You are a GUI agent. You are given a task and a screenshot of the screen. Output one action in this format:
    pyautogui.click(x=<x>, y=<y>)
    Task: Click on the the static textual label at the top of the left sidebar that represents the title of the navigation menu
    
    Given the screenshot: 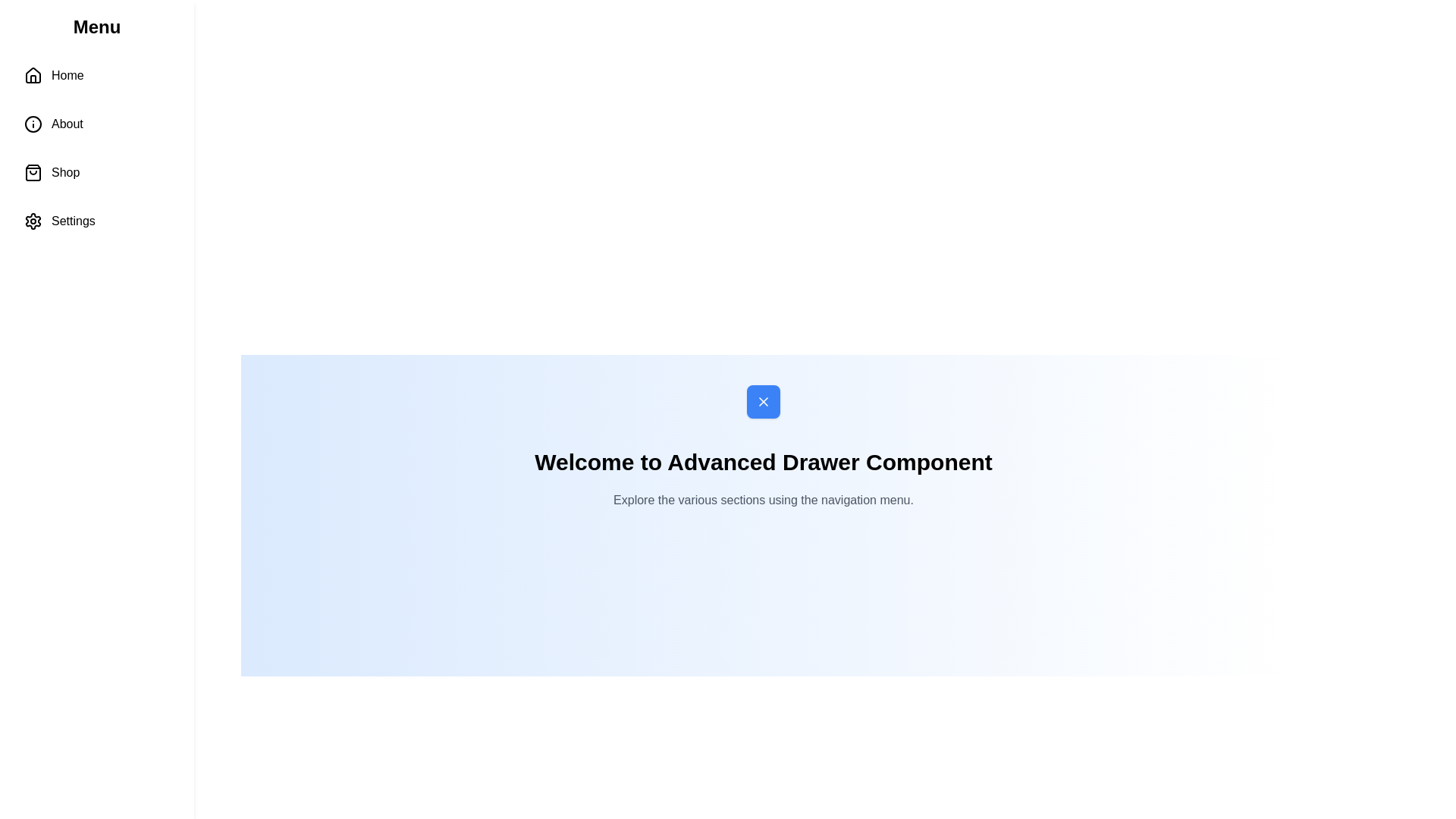 What is the action you would take?
    pyautogui.click(x=96, y=27)
    